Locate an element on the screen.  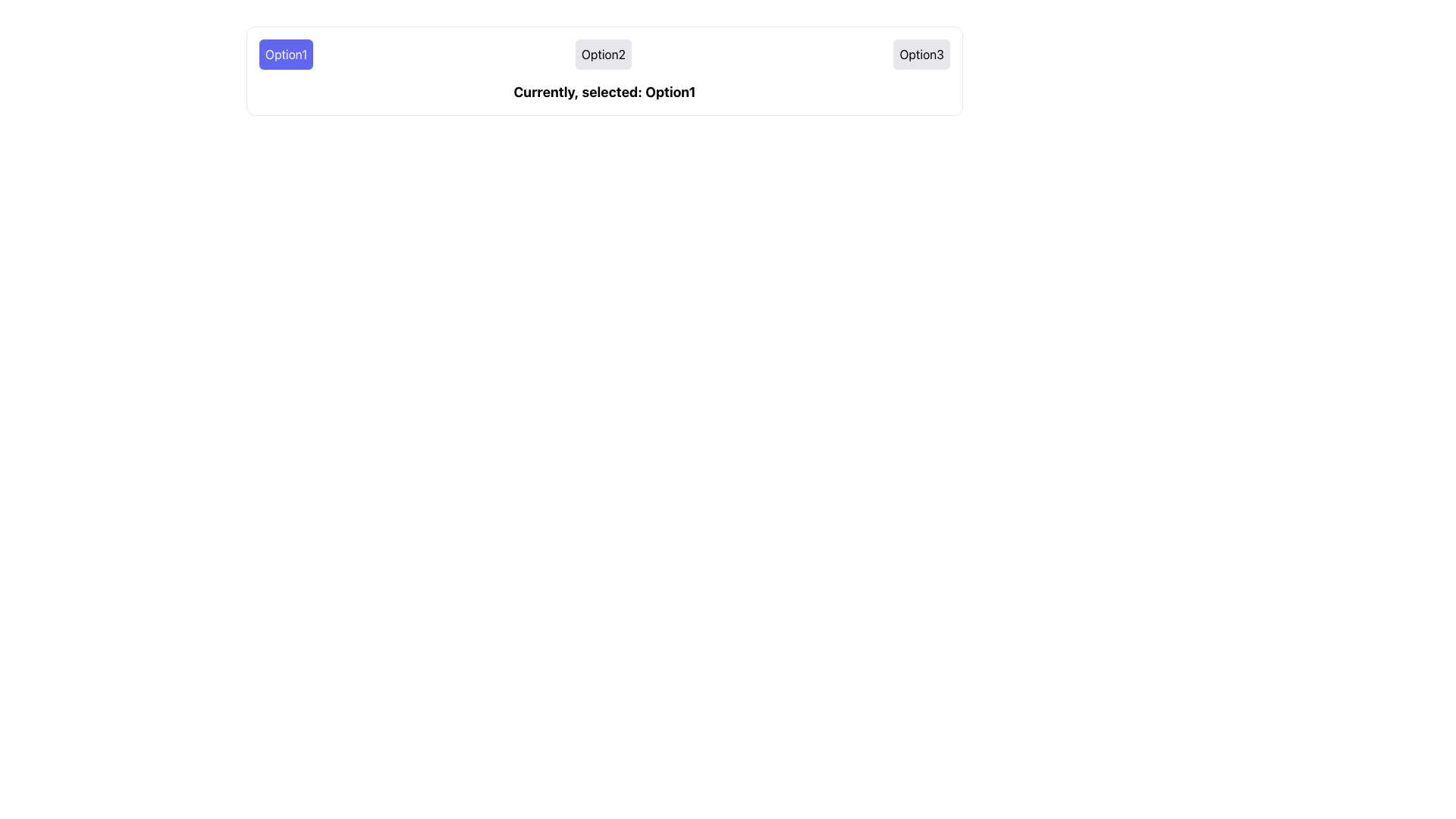
the 'Option3' button, which is the third item in a horizontal group of options labeled 'Option1', 'Option2', and 'Option3', located to the far right of the group is located at coordinates (921, 54).